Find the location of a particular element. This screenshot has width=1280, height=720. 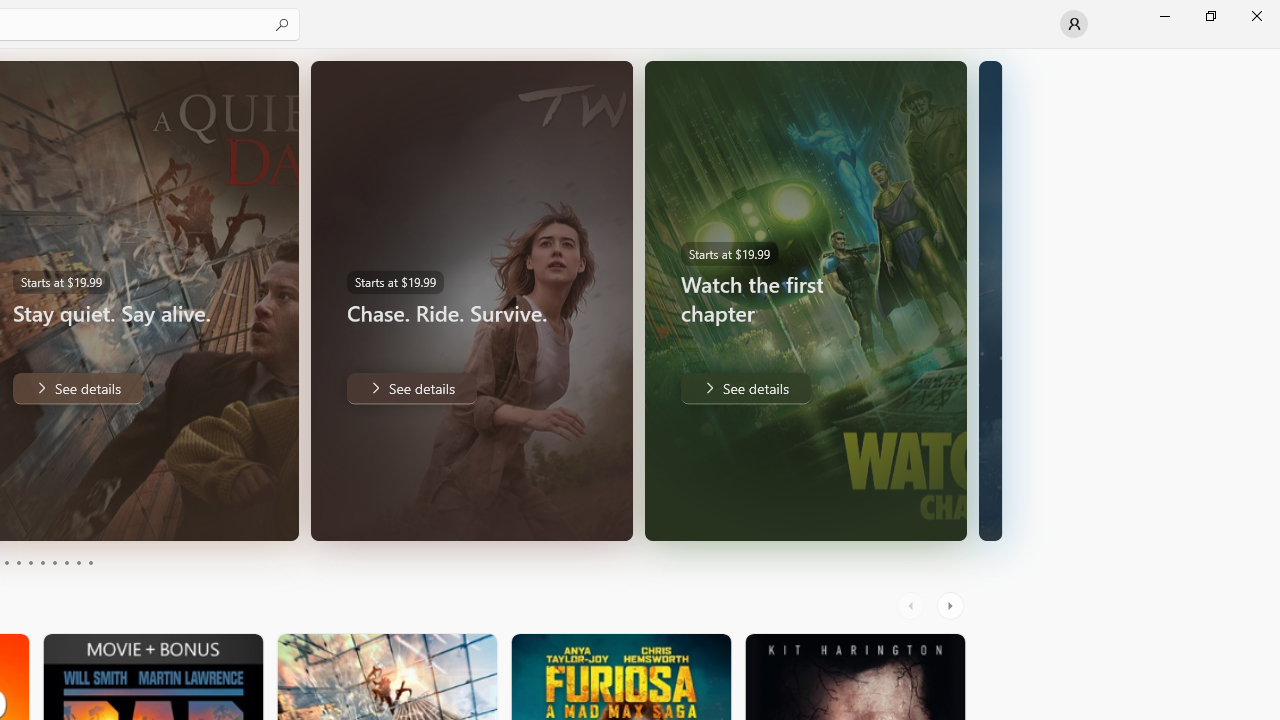

'Page 8' is located at coordinates (65, 563).